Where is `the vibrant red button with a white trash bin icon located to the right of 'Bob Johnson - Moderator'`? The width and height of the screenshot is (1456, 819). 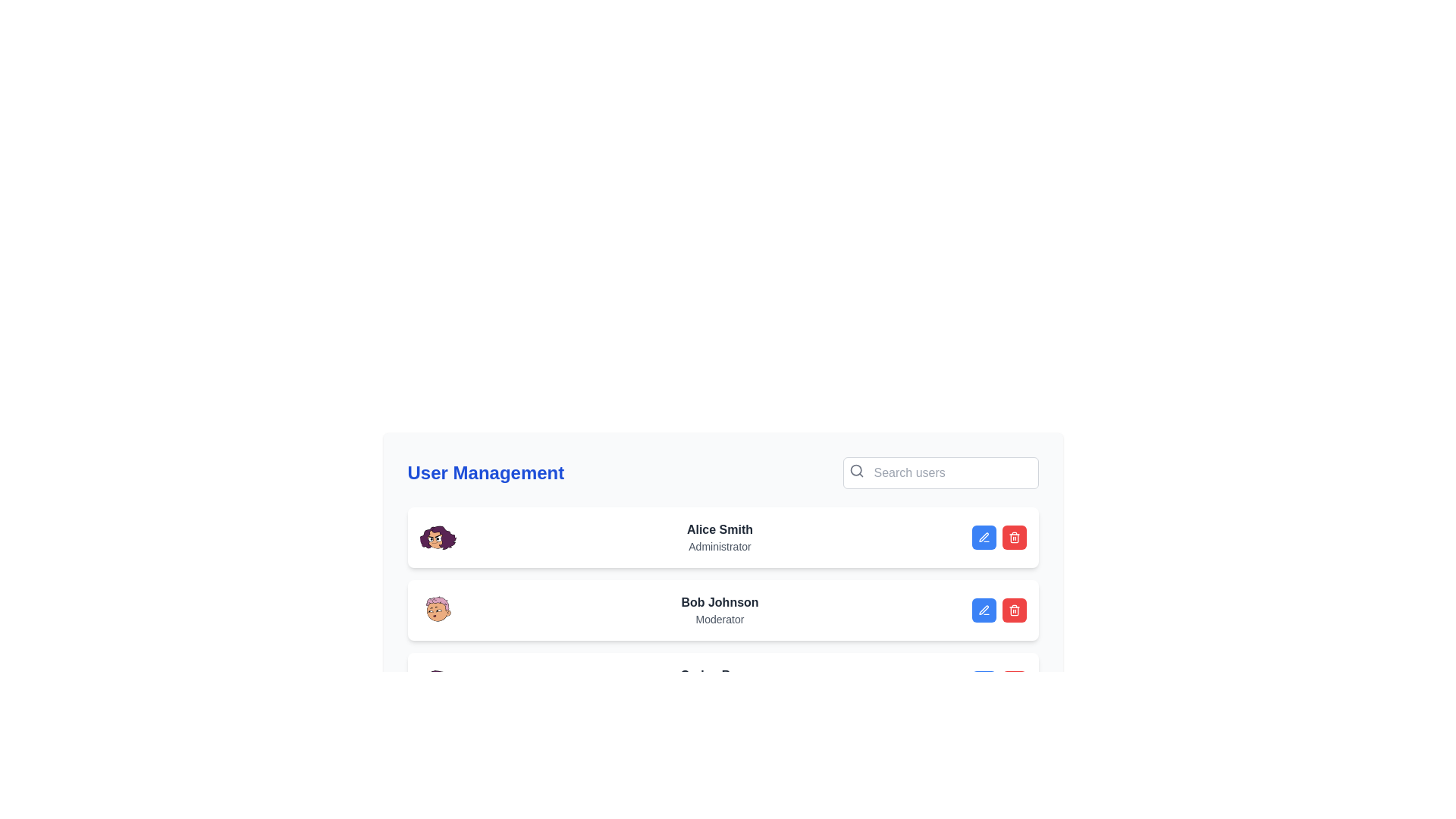 the vibrant red button with a white trash bin icon located to the right of 'Bob Johnson - Moderator' is located at coordinates (1014, 537).